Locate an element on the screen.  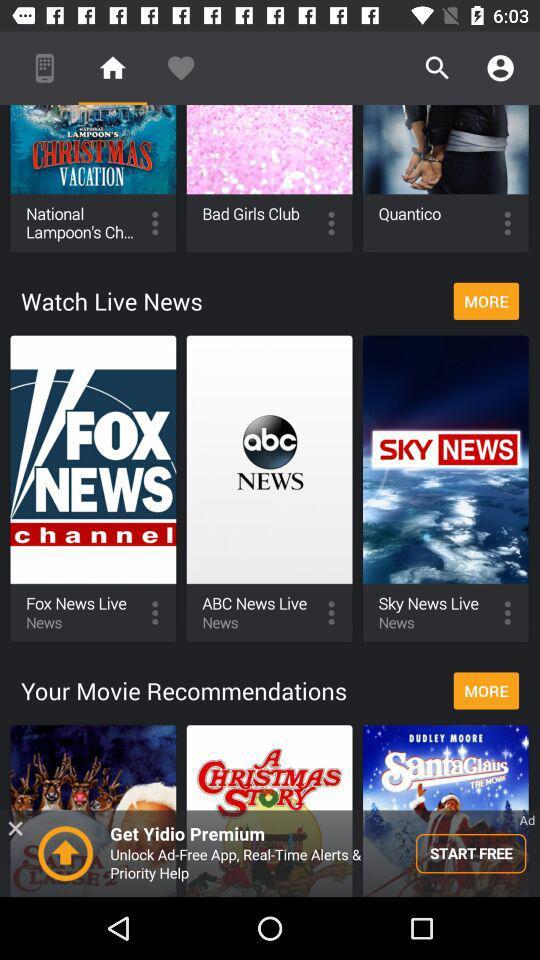
fox news live is located at coordinates (92, 488).